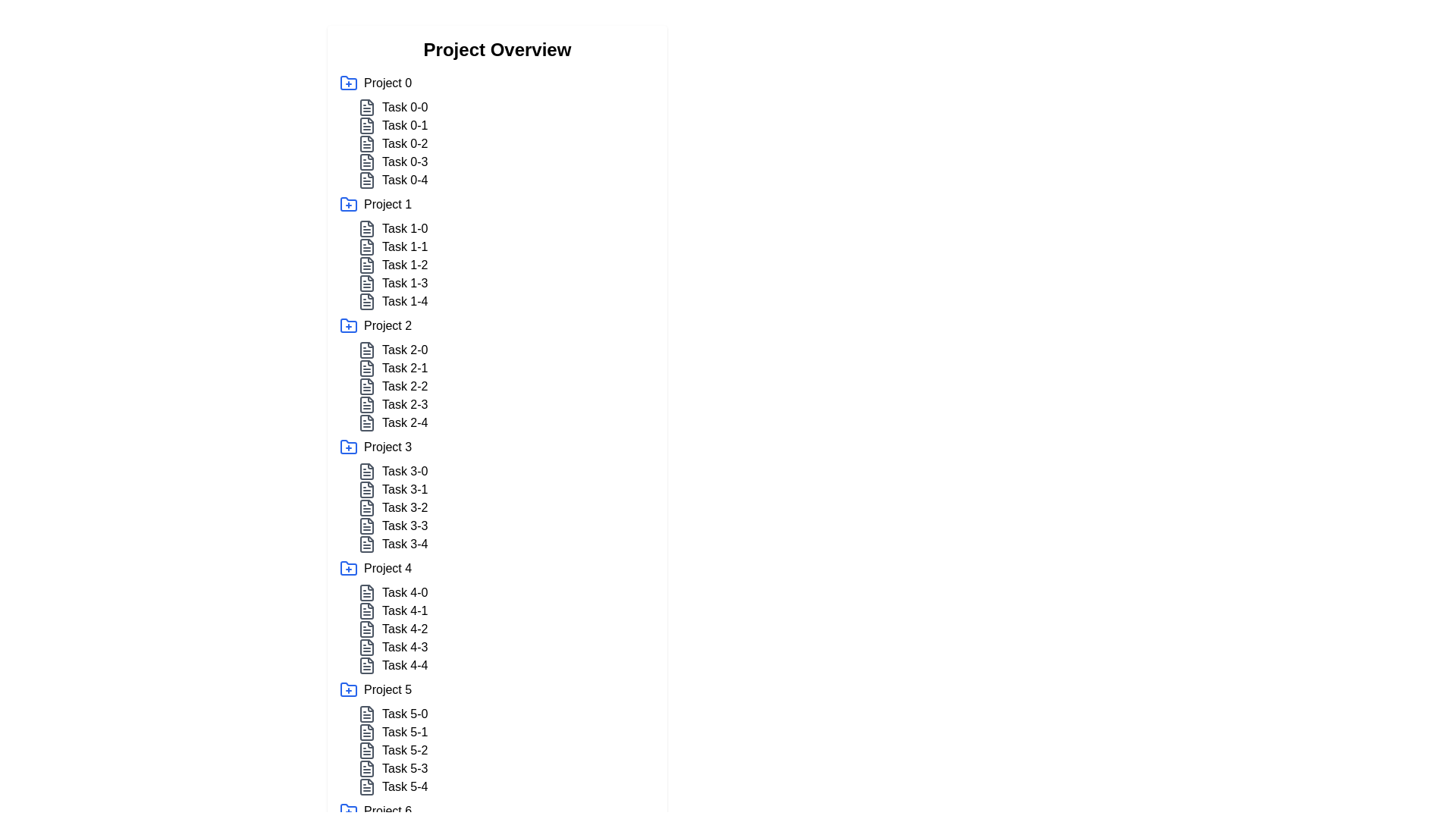 Image resolution: width=1456 pixels, height=819 pixels. Describe the element at coordinates (367, 786) in the screenshot. I see `the gray rectangular document icon within the SVG` at that location.